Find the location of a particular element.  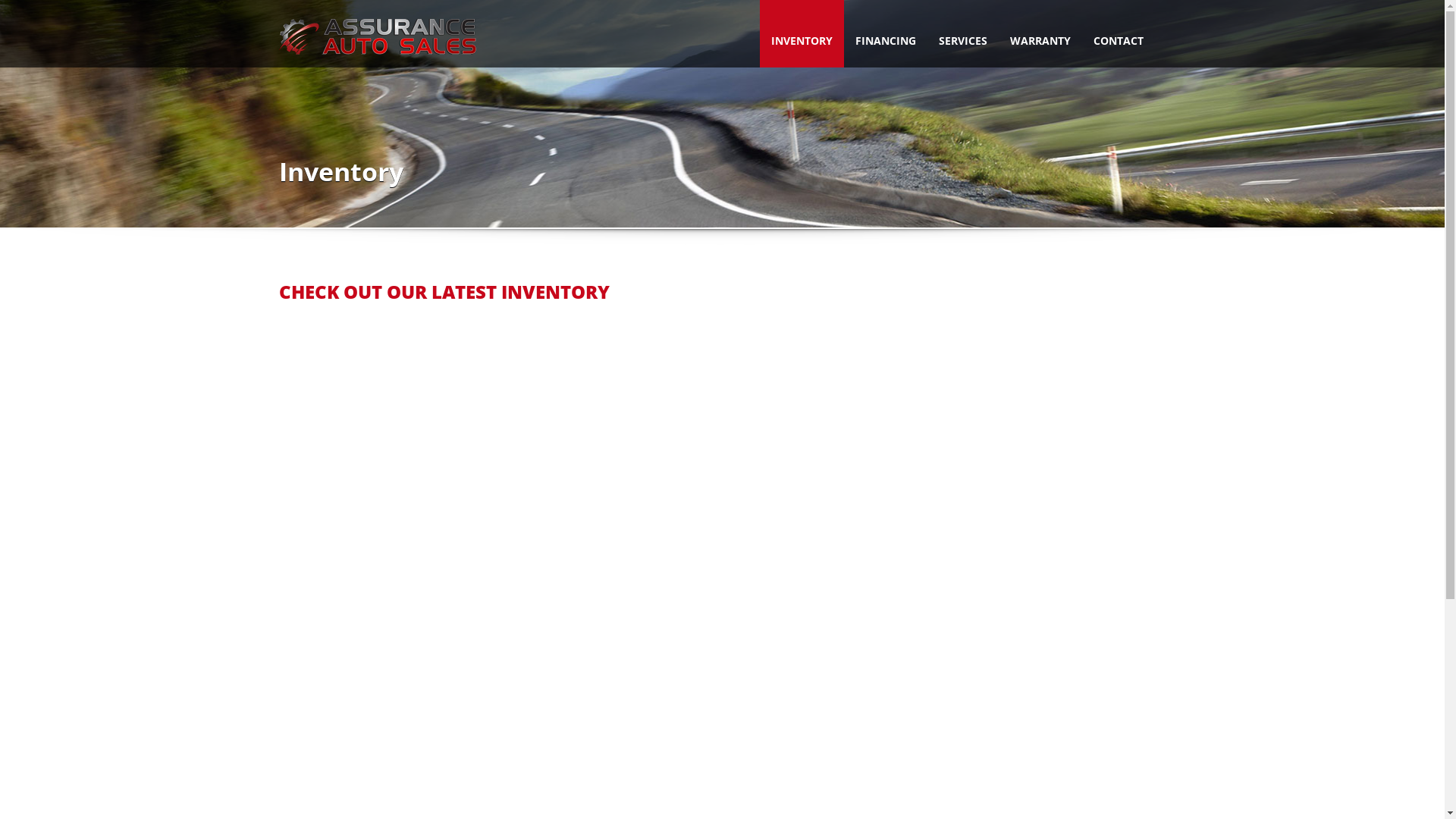

'FINANCING' is located at coordinates (843, 33).